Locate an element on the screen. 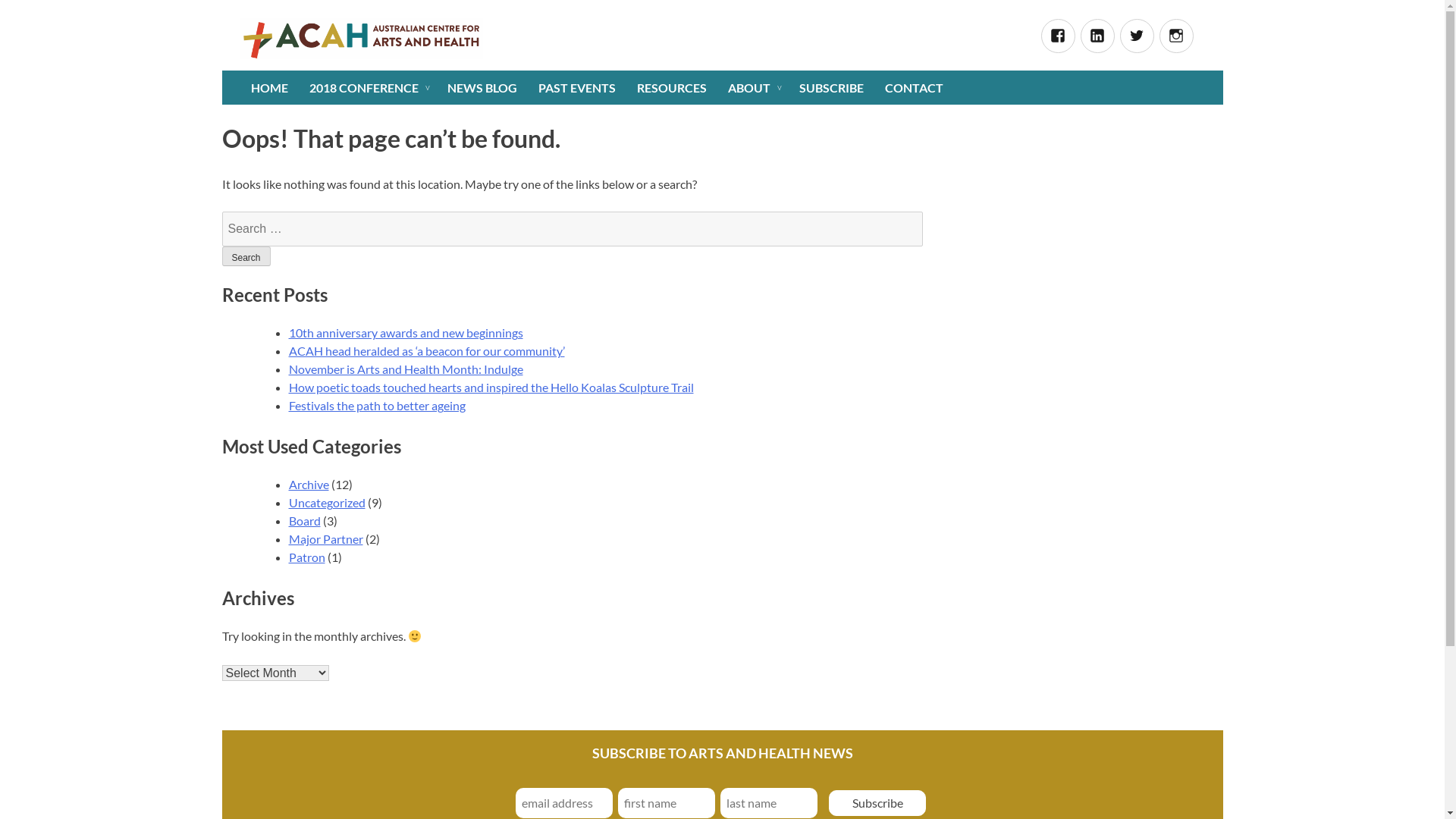 This screenshot has width=1456, height=819. 'PAST EVENTS' is located at coordinates (576, 87).